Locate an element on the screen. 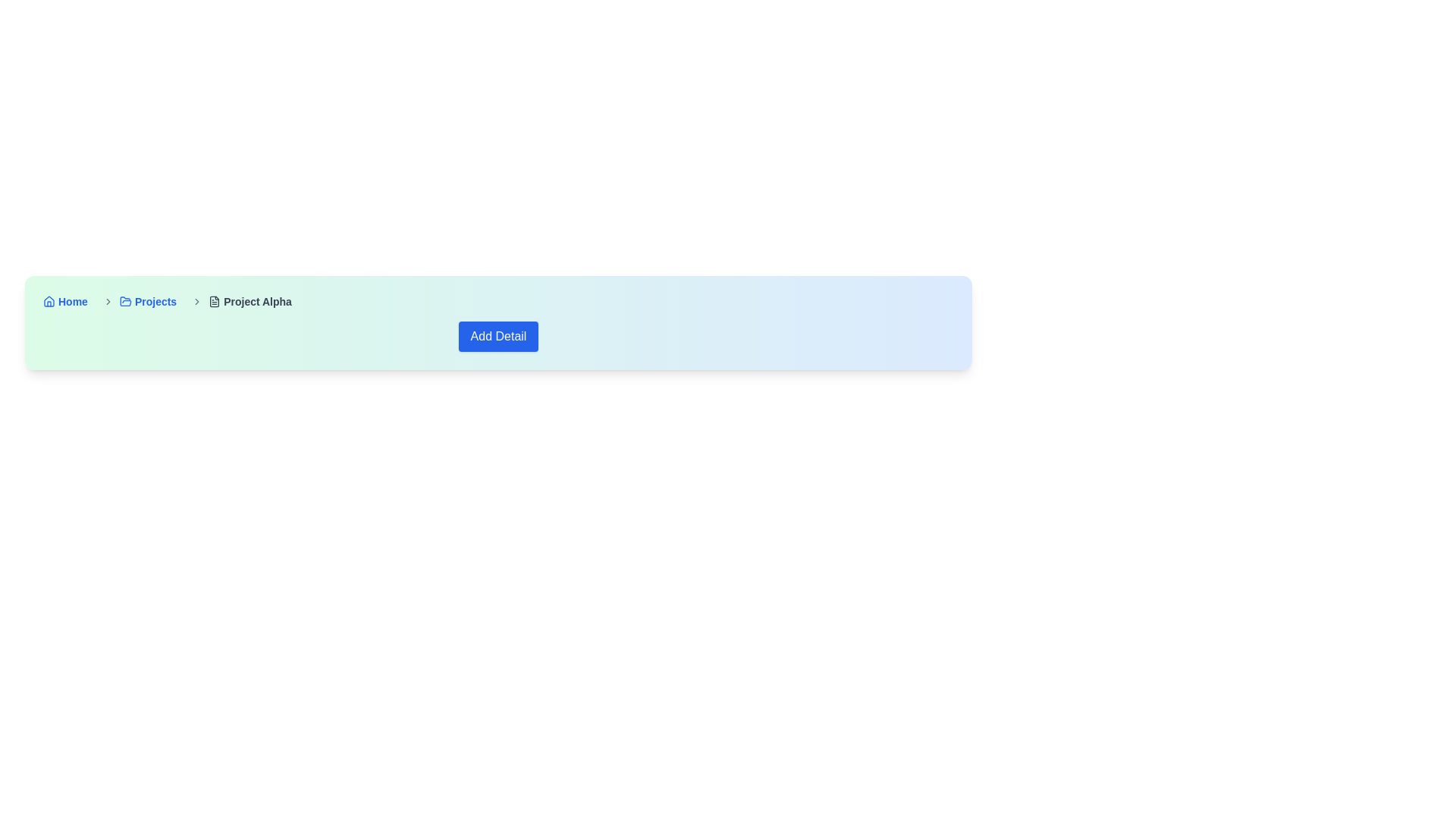 This screenshot has width=1456, height=819. the clickable text link with an icon that navigates back to the homepage in the breadcrumb navigation bar to underline the text is located at coordinates (64, 301).